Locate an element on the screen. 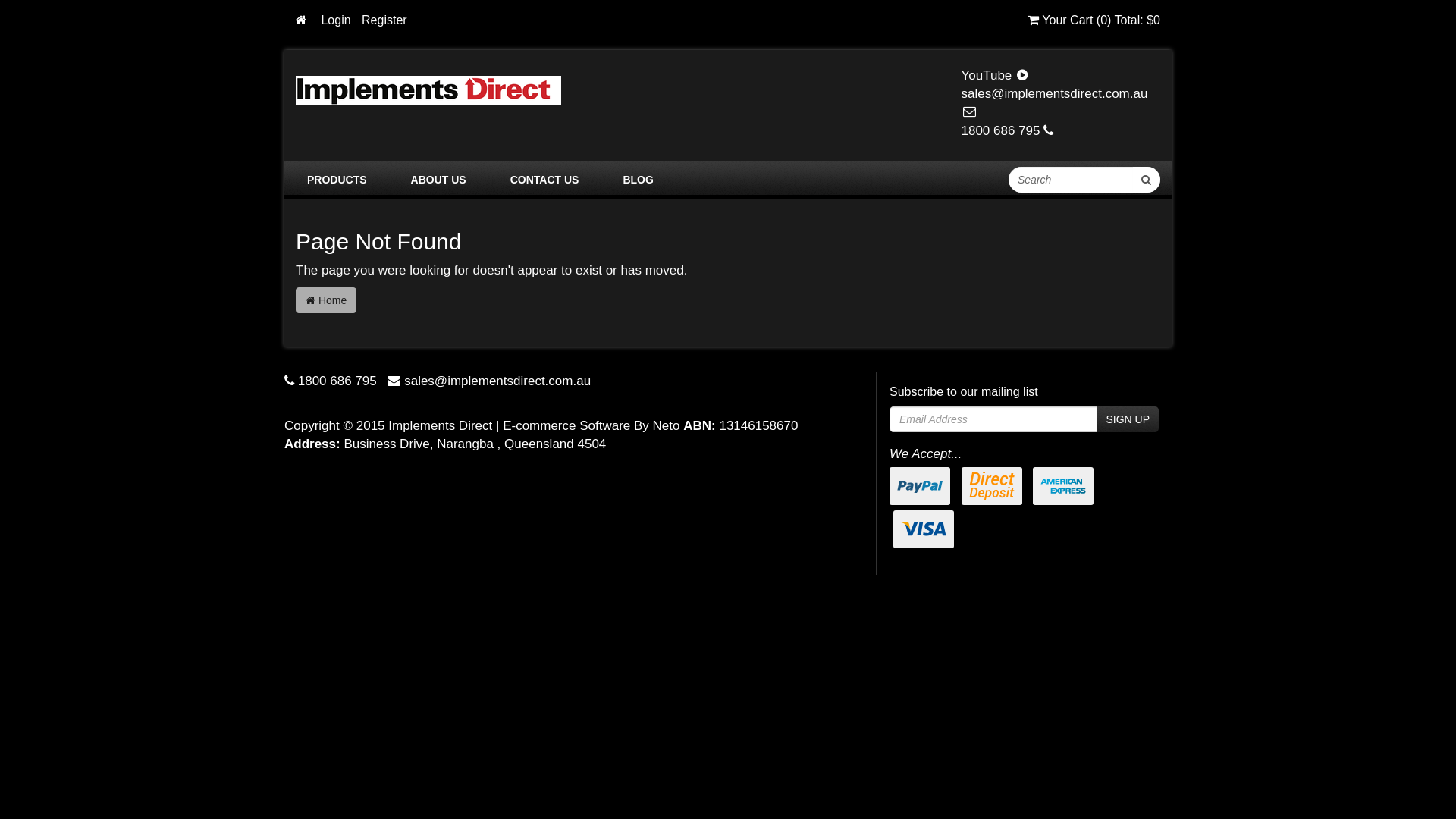 This screenshot has height=819, width=1456. 'BLOG' is located at coordinates (637, 178).